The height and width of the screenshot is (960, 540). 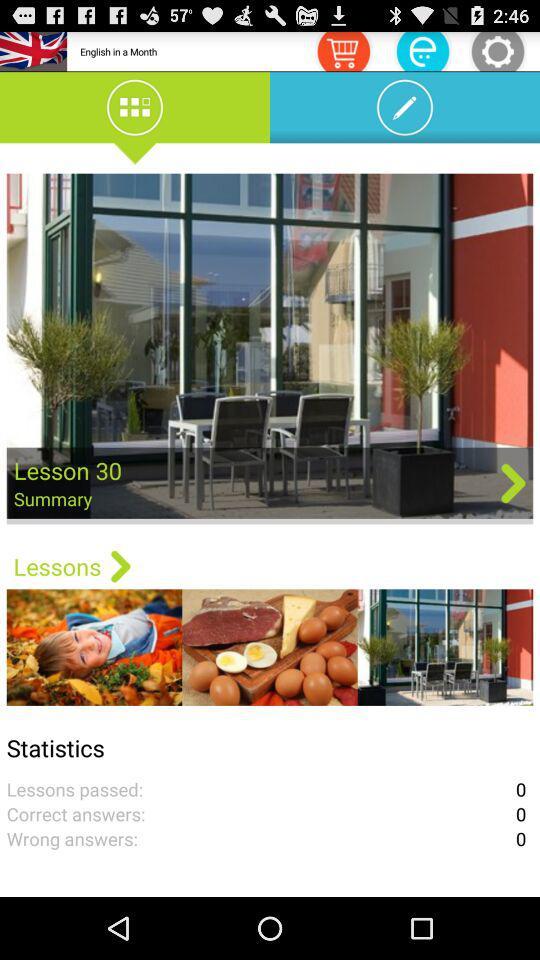 What do you see at coordinates (496, 50) in the screenshot?
I see `click the gear icon` at bounding box center [496, 50].